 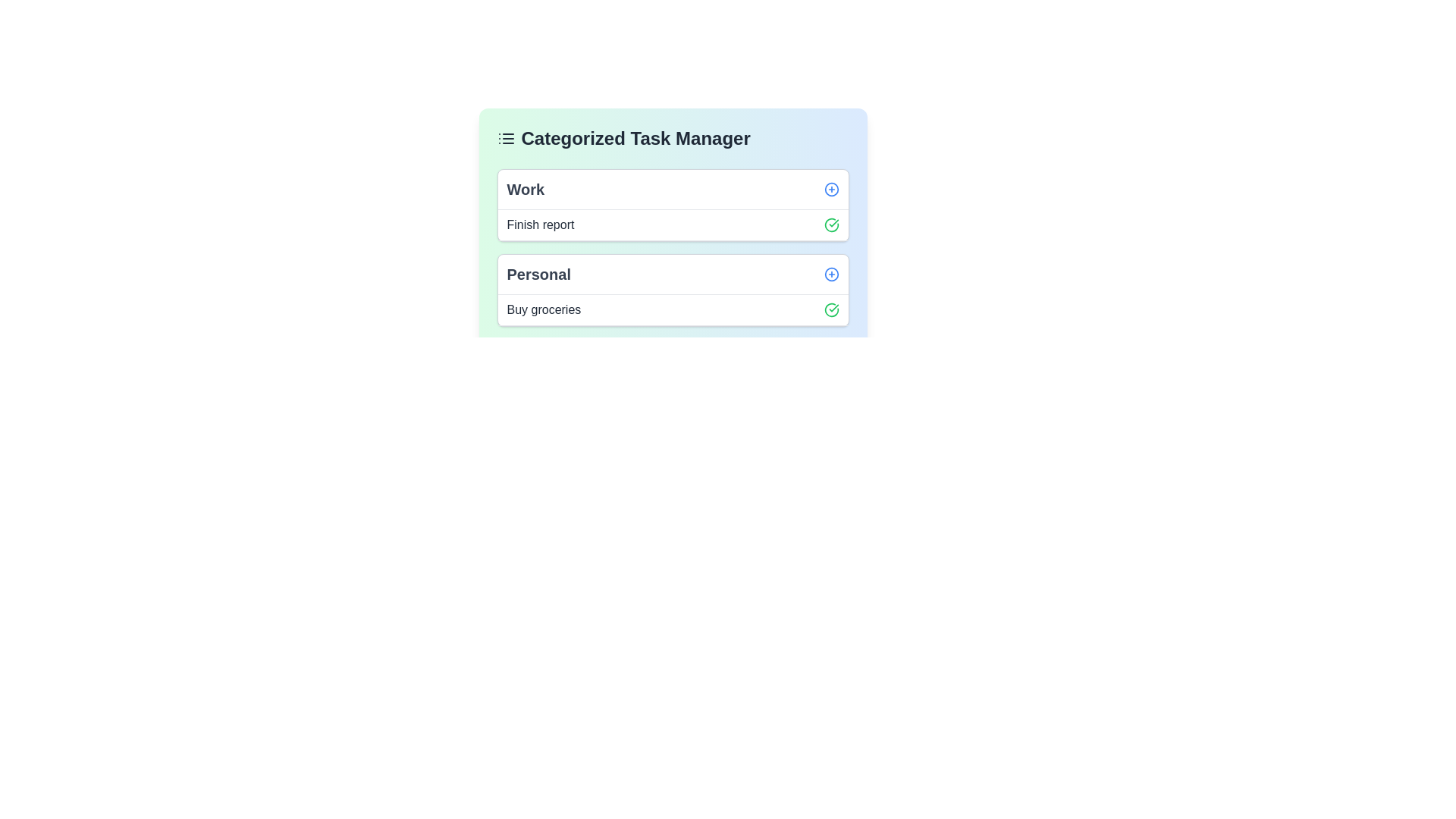 What do you see at coordinates (672, 138) in the screenshot?
I see `the title 'Categorized Task Manager'` at bounding box center [672, 138].